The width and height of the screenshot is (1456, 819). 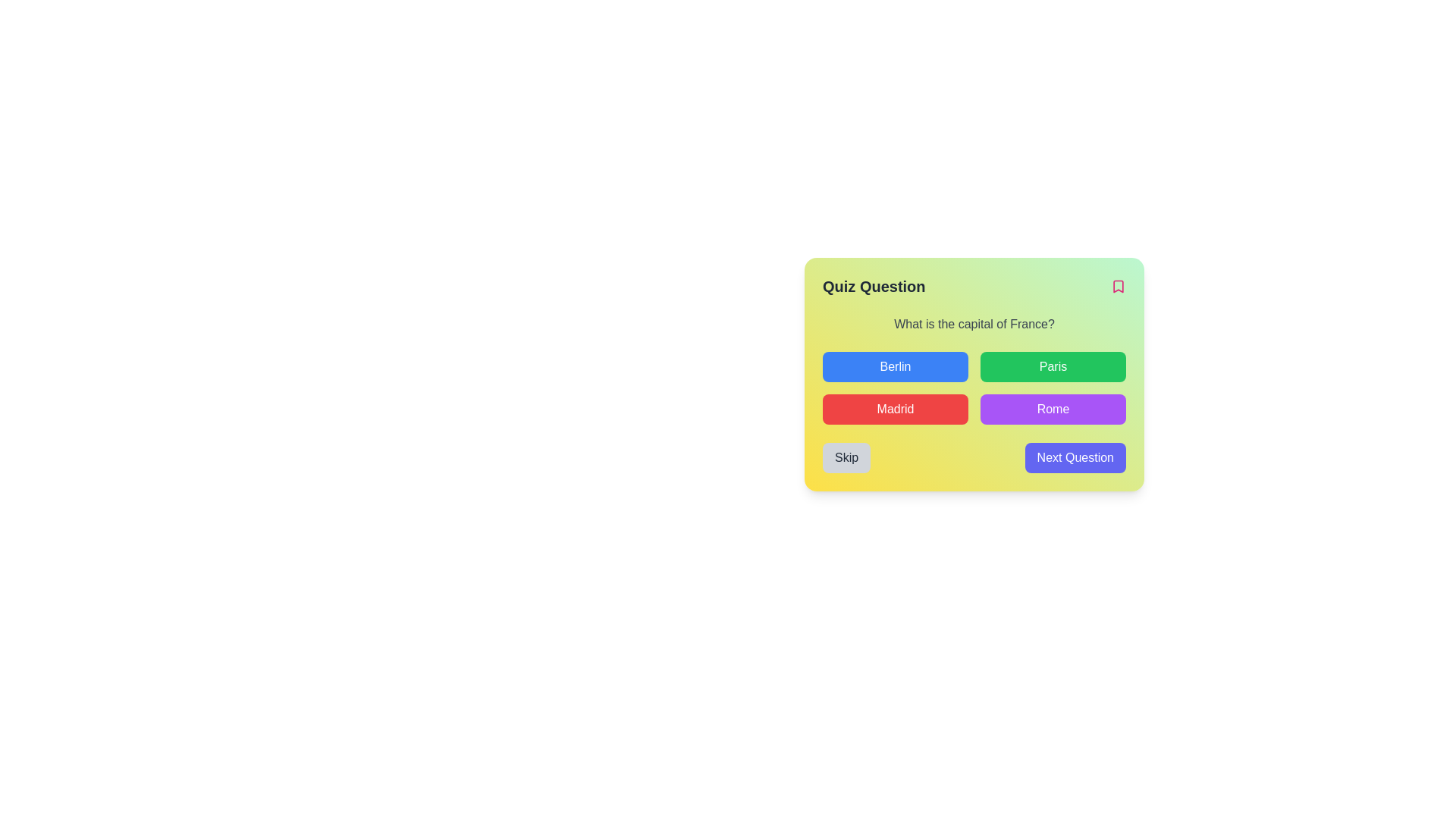 What do you see at coordinates (1052, 366) in the screenshot?
I see `the button labeled 'Paris' which is located in the second column of the first row of a grid layout, positioned to the right of 'Berlin' and directly above 'Rome', to trigger a hover state` at bounding box center [1052, 366].